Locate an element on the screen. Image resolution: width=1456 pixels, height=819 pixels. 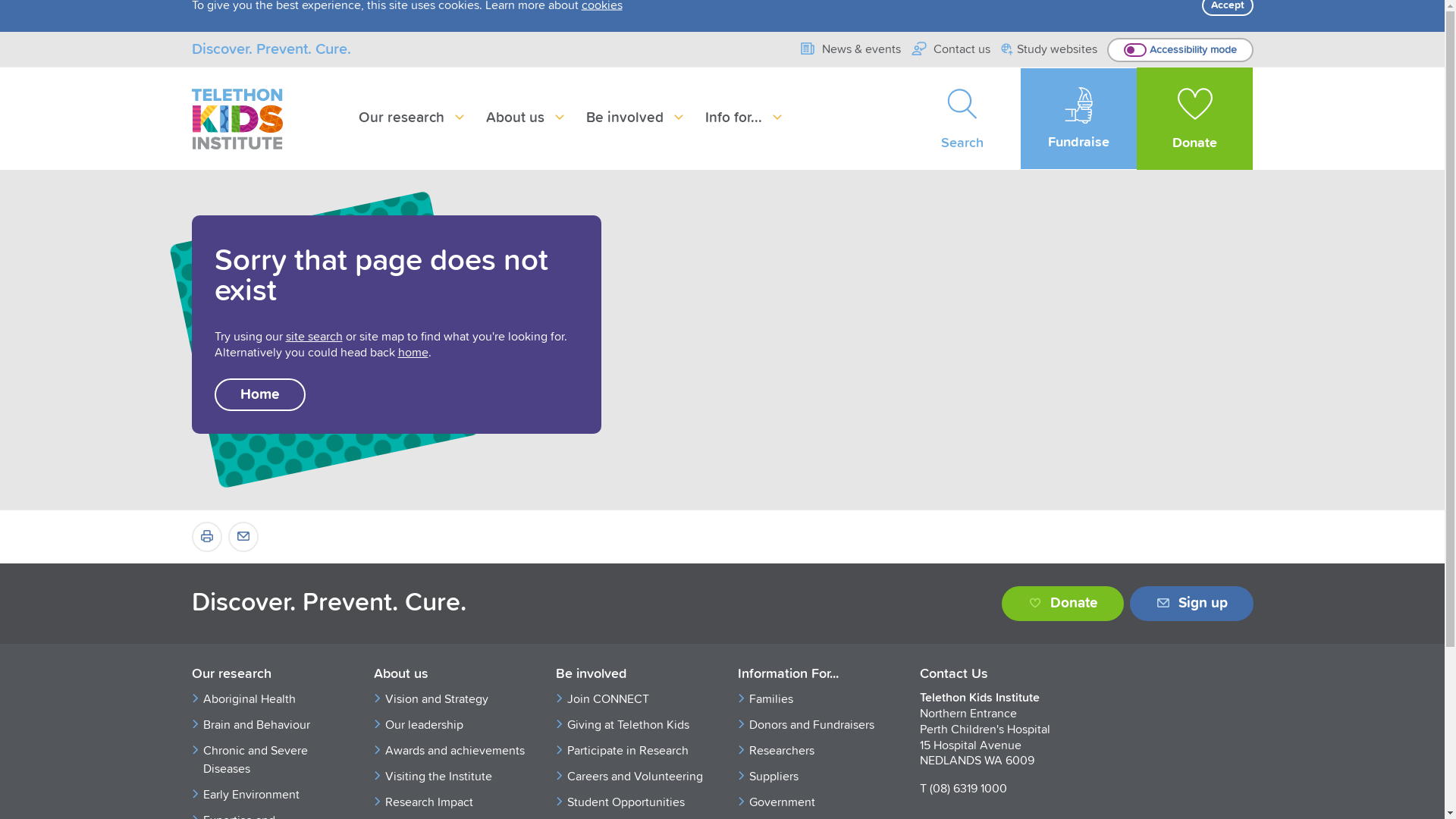
'Accessibility mode' is located at coordinates (1179, 49).